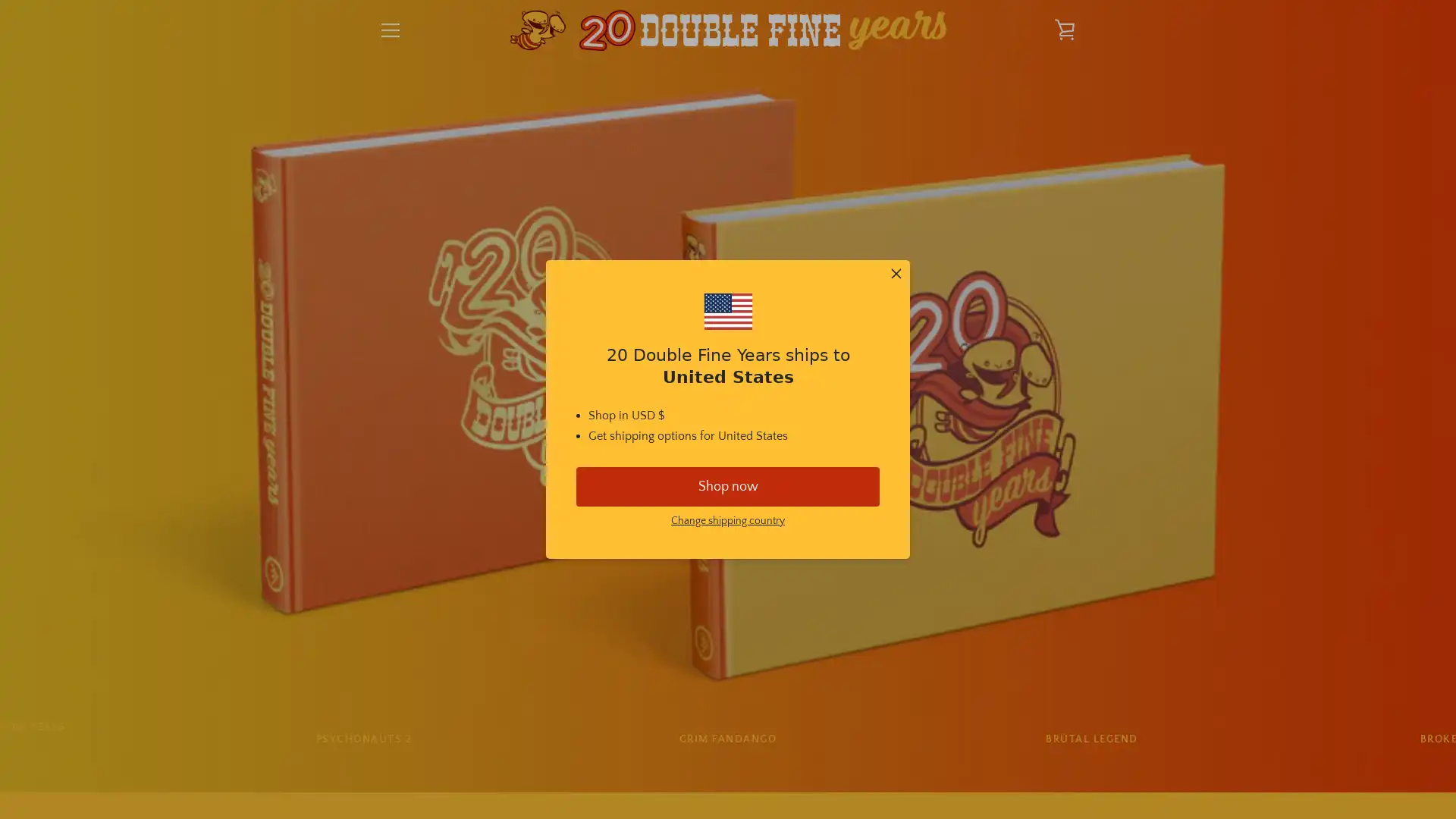 The width and height of the screenshot is (1456, 819). What do you see at coordinates (1039, 682) in the screenshot?
I see `SUBSCRIBE` at bounding box center [1039, 682].